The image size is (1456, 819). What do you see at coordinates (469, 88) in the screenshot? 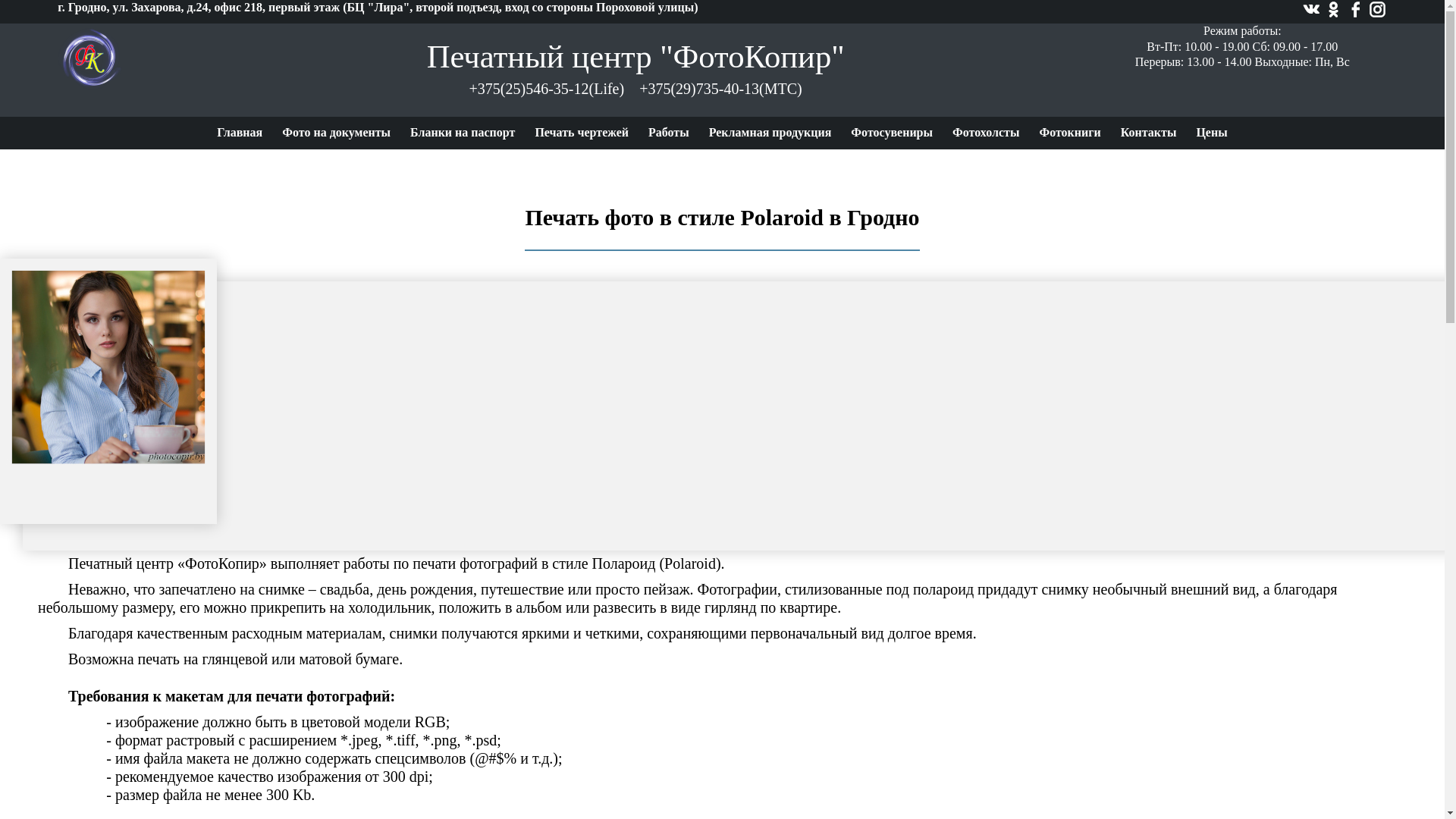
I see `'+375(25)546-35-12(Life)'` at bounding box center [469, 88].